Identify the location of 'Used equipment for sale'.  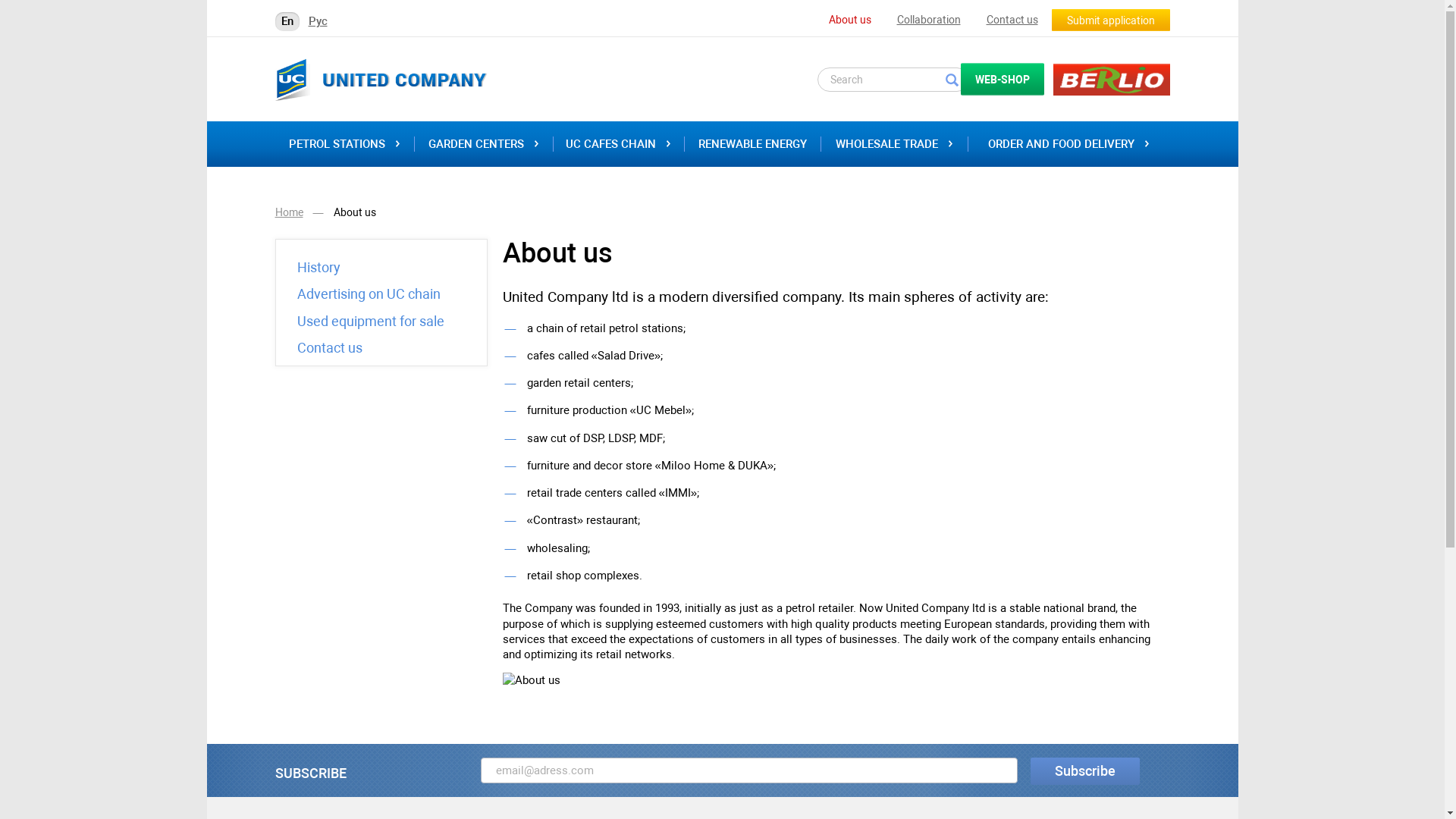
(371, 321).